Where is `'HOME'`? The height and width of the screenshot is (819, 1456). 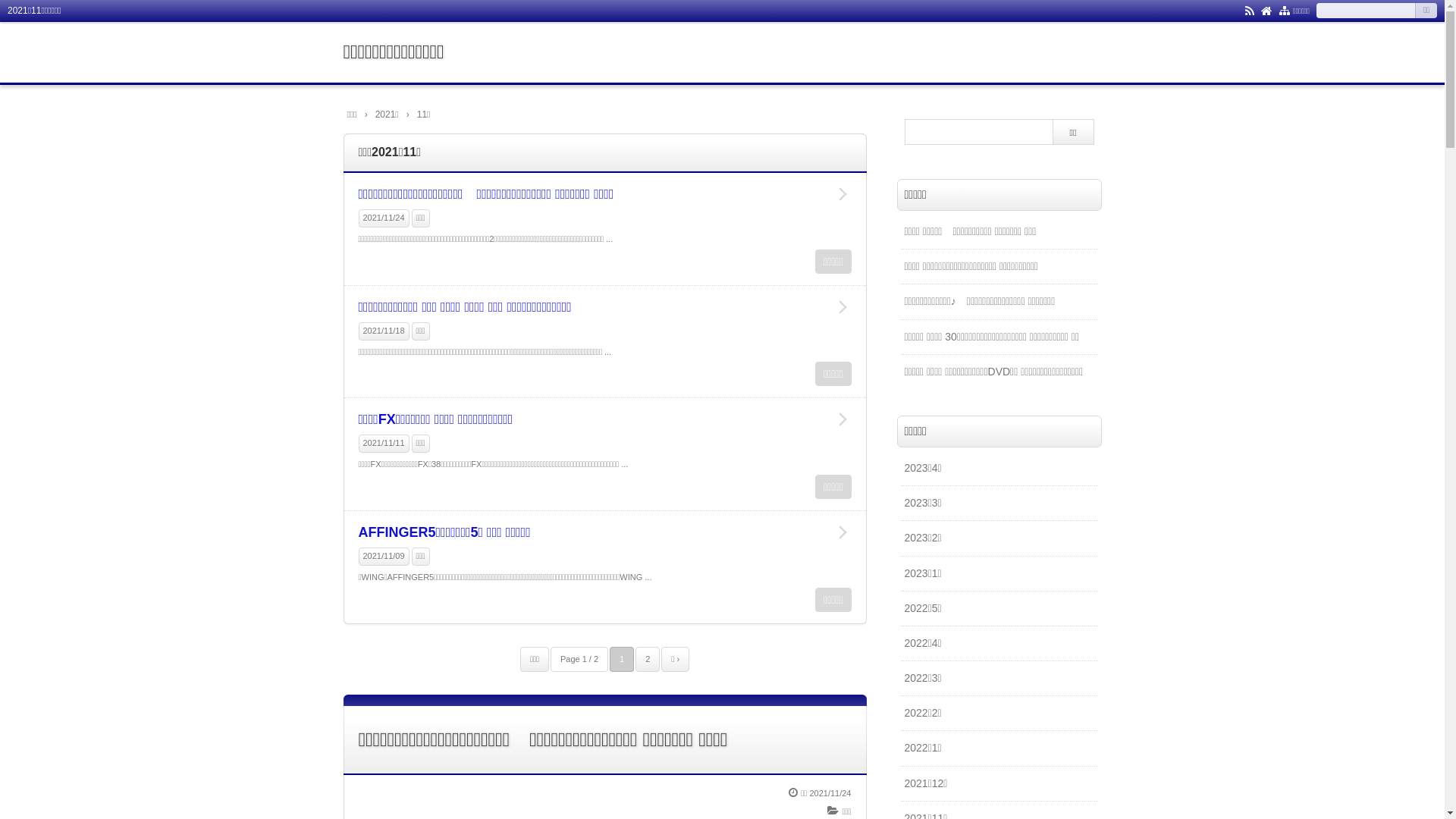 'HOME' is located at coordinates (1266, 9).